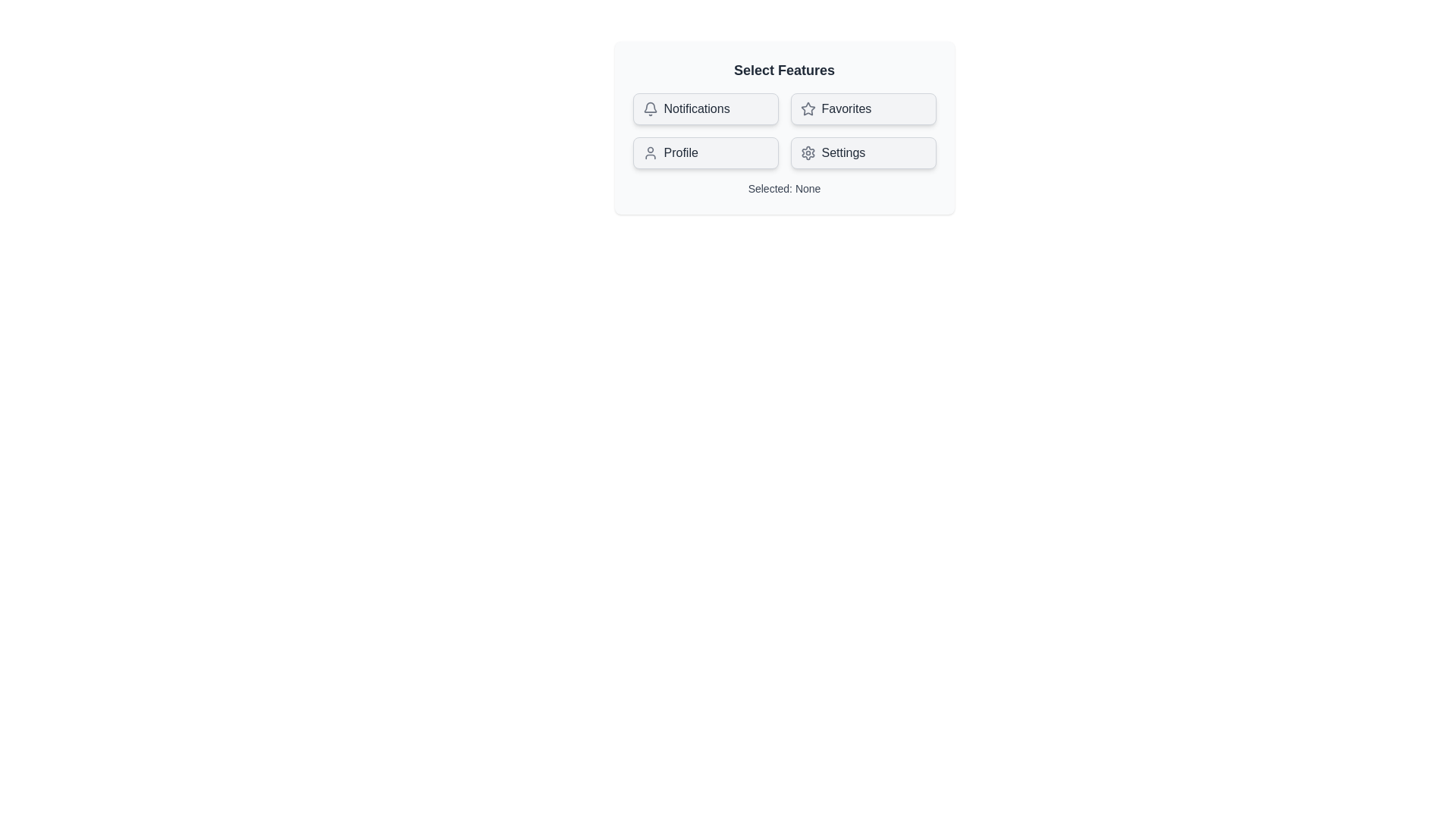 This screenshot has width=1456, height=819. Describe the element at coordinates (784, 70) in the screenshot. I see `the text 'Select Features' to select it for copy or edit` at that location.